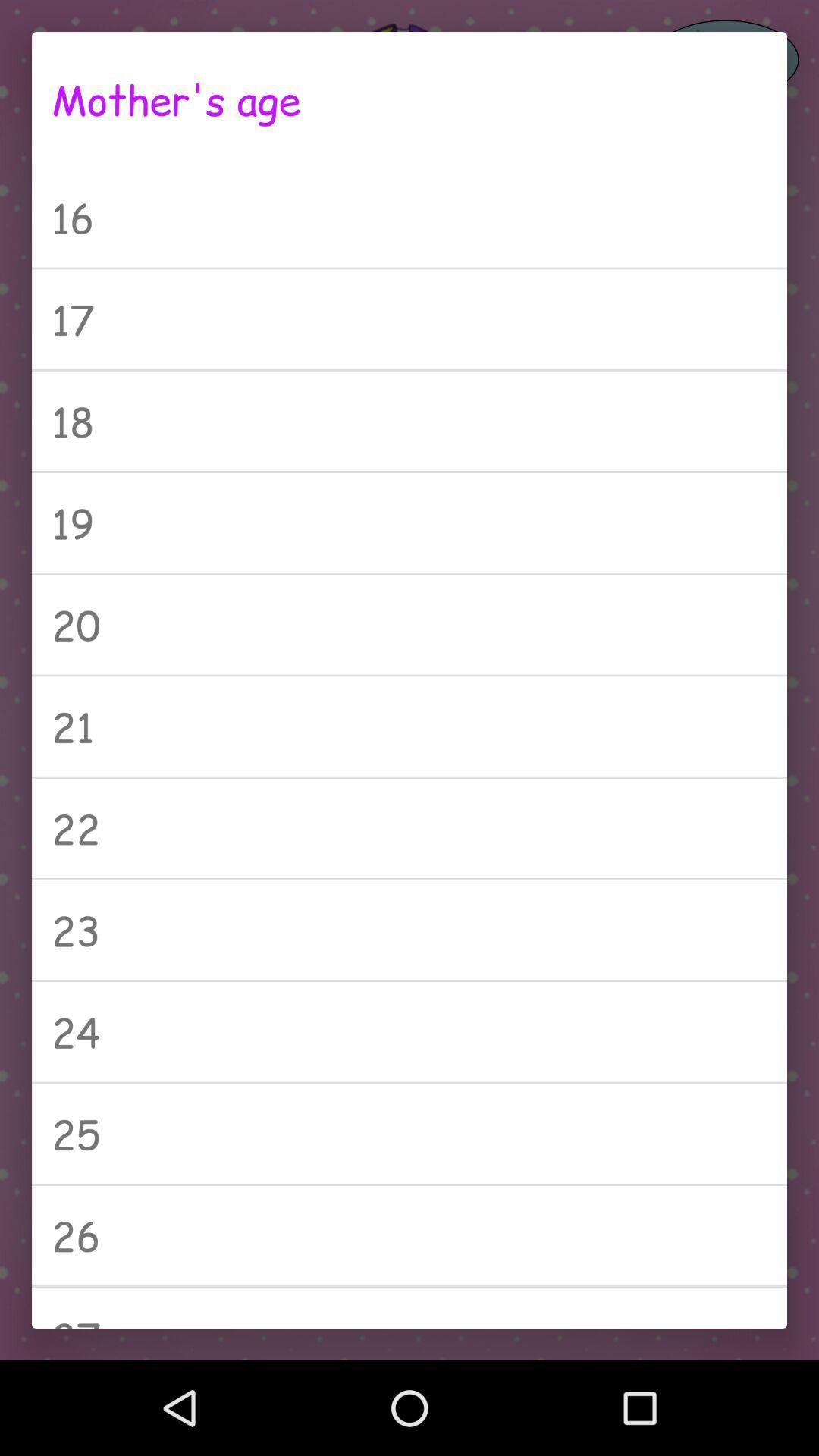 This screenshot has width=819, height=1456. Describe the element at coordinates (409, 1307) in the screenshot. I see `the 27 item` at that location.